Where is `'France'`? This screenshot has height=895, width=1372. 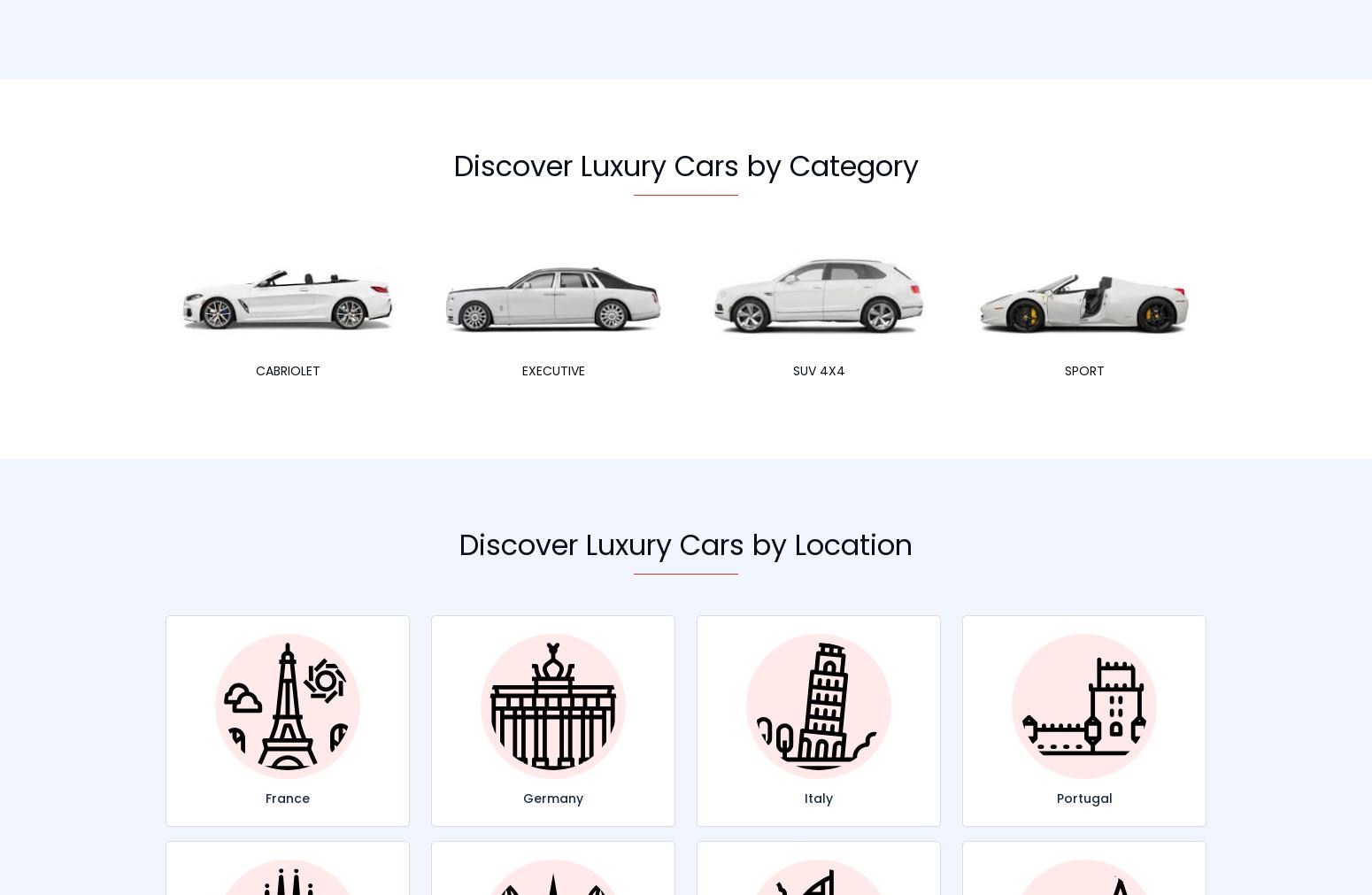 'France' is located at coordinates (265, 798).